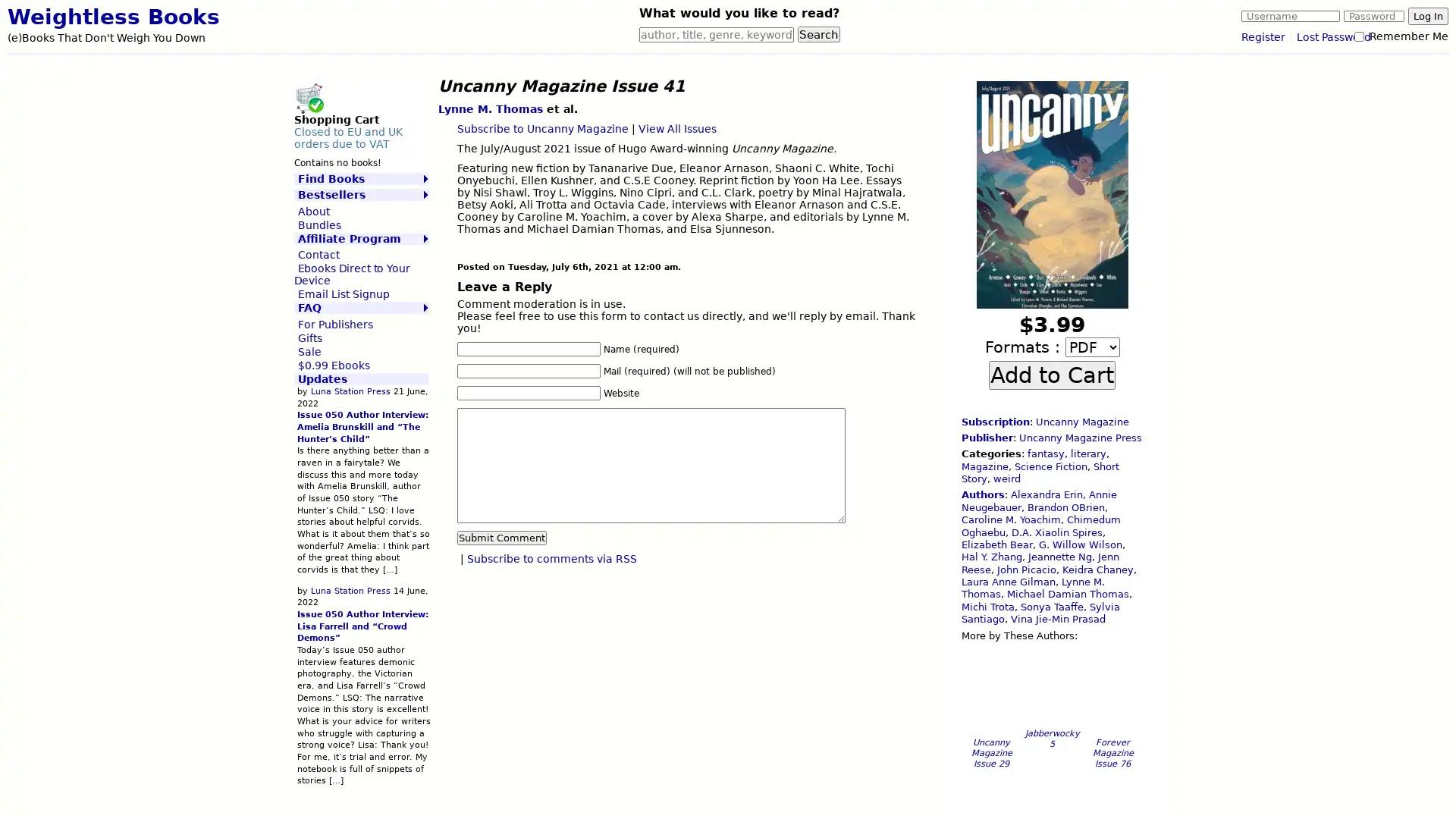  Describe the element at coordinates (818, 34) in the screenshot. I see `Search` at that location.